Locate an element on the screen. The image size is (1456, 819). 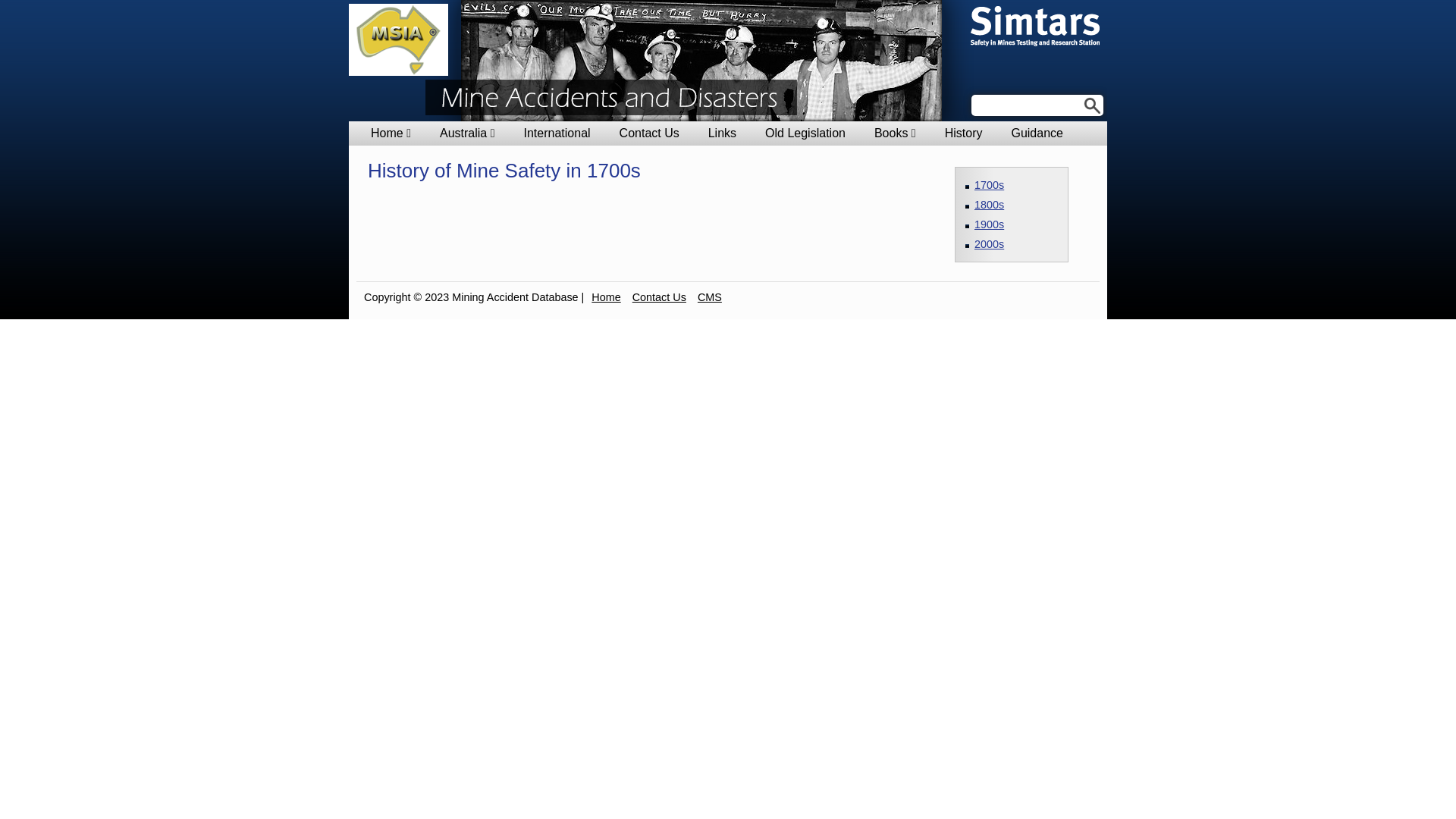
'Home' is located at coordinates (604, 297).